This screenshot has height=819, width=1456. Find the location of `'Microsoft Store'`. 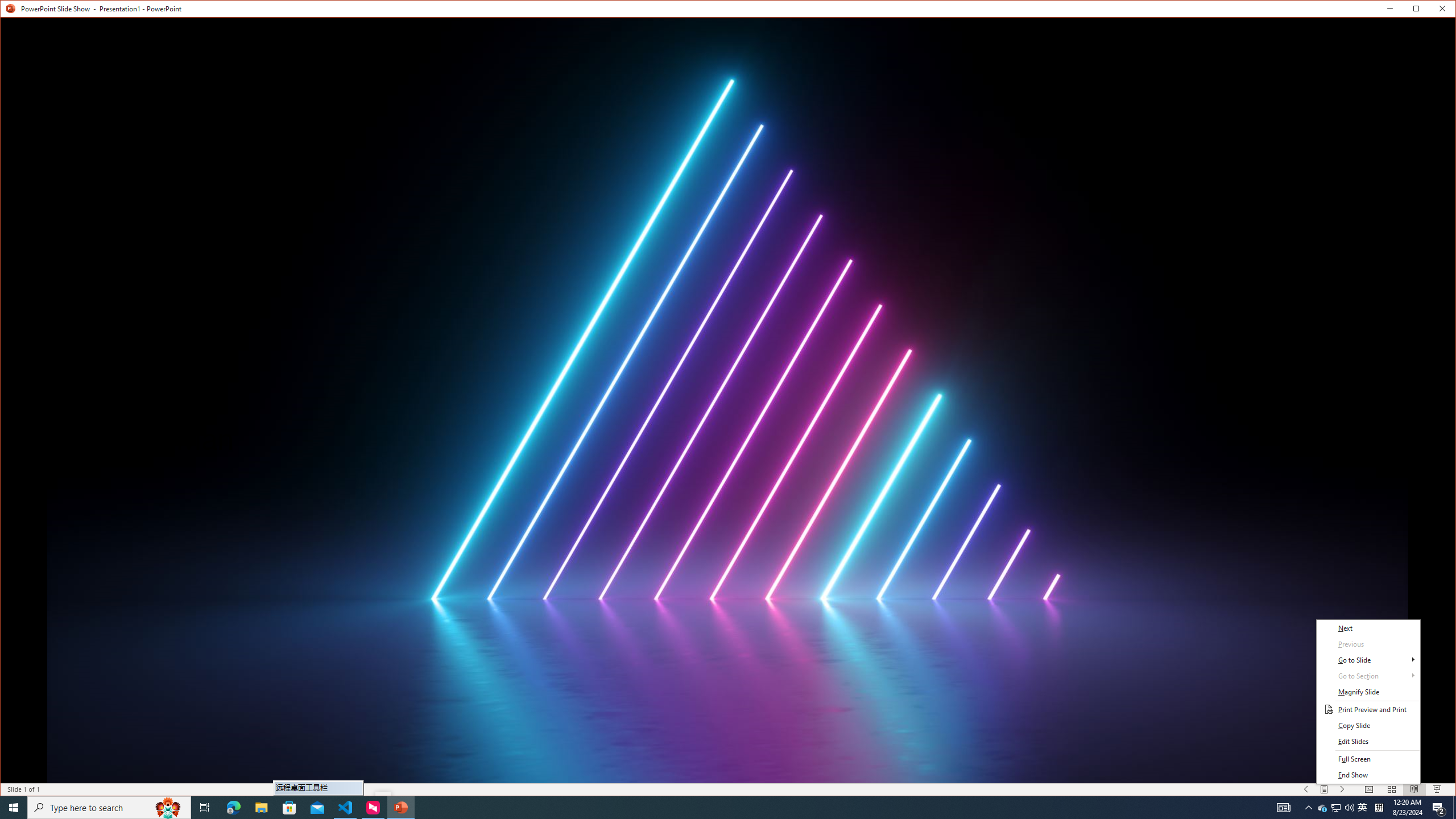

'Microsoft Store' is located at coordinates (289, 806).